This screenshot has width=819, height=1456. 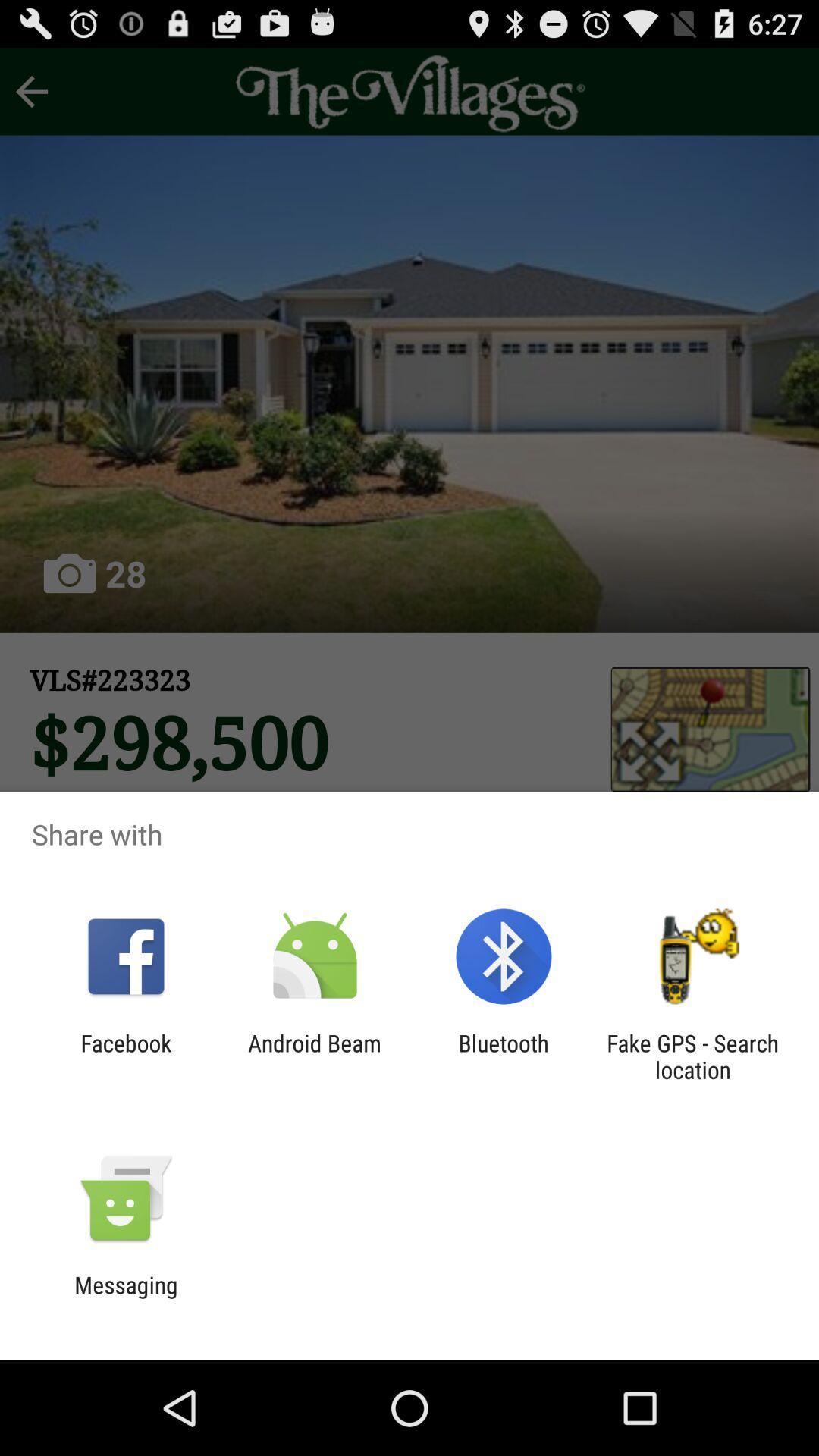 I want to click on android beam, so click(x=314, y=1056).